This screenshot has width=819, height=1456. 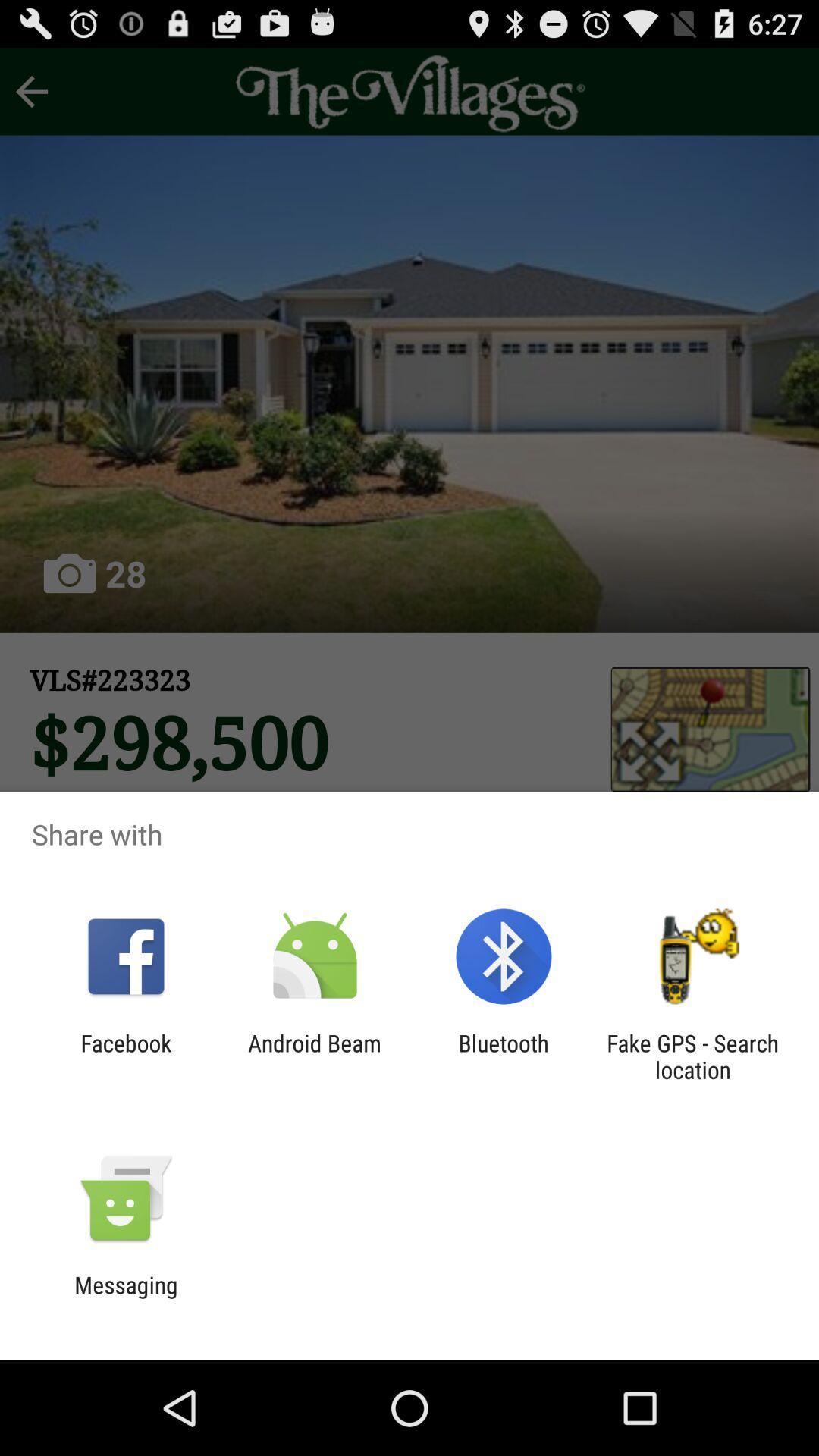 I want to click on android beam, so click(x=314, y=1056).